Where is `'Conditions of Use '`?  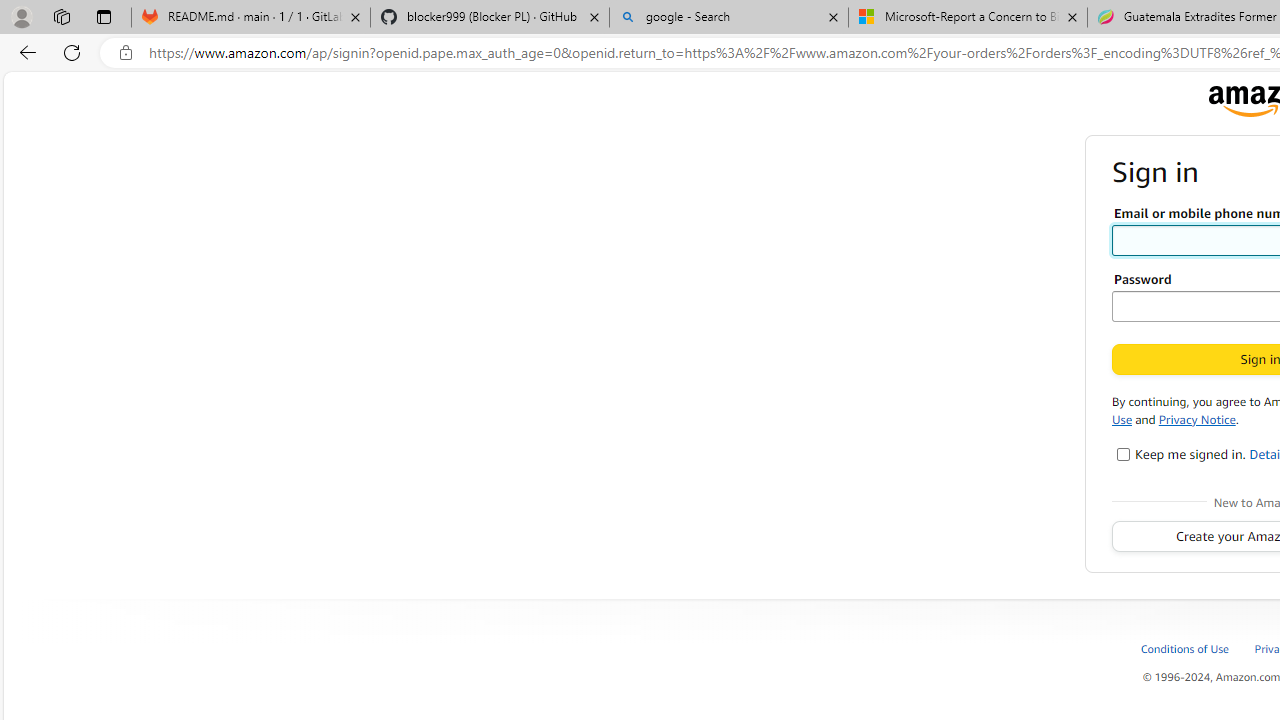
'Conditions of Use ' is located at coordinates (1196, 648).